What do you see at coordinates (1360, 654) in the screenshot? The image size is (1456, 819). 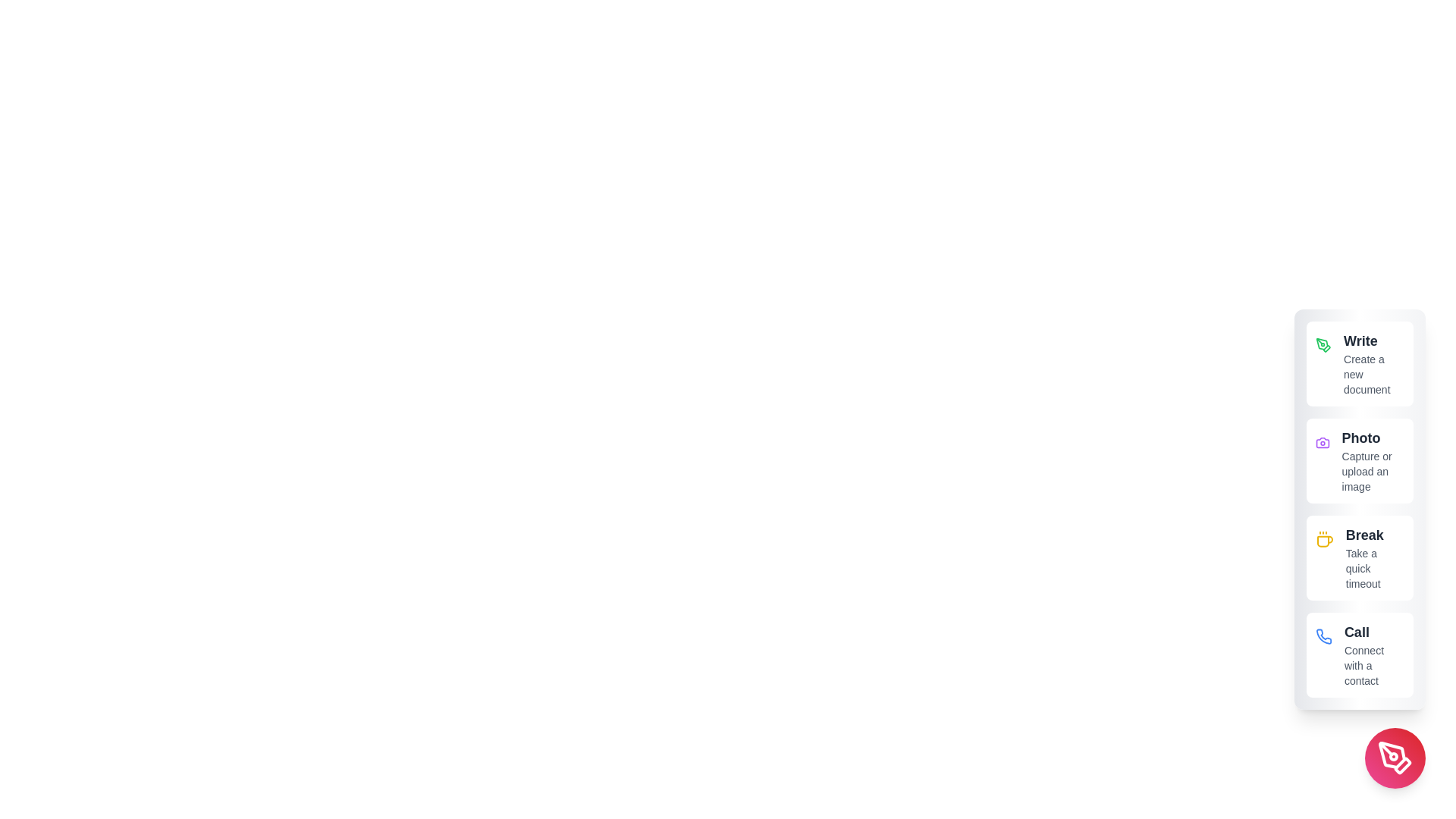 I see `the 'Call' button to connect with a contact` at bounding box center [1360, 654].